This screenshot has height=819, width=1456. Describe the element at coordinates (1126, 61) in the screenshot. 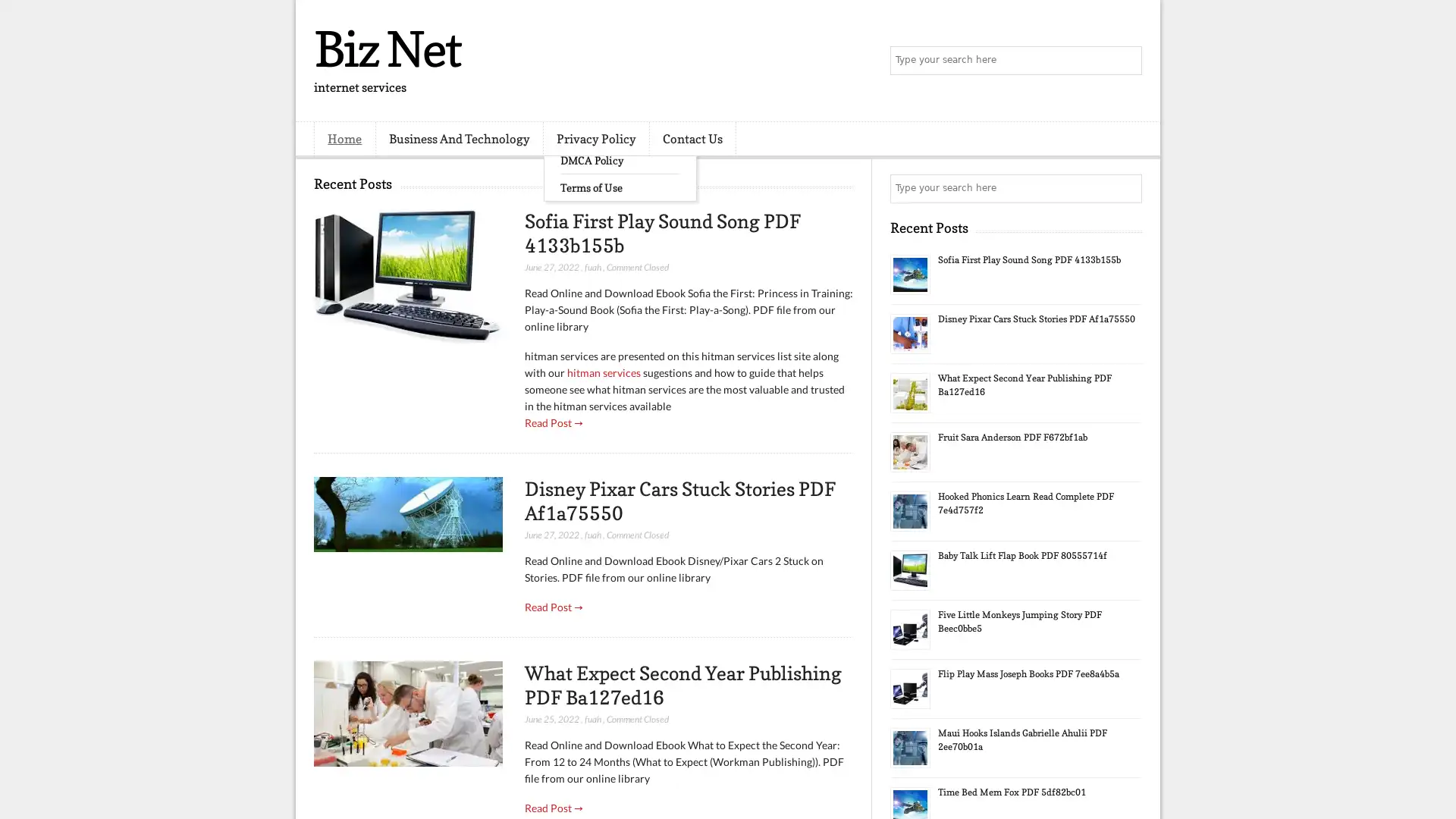

I see `Search` at that location.